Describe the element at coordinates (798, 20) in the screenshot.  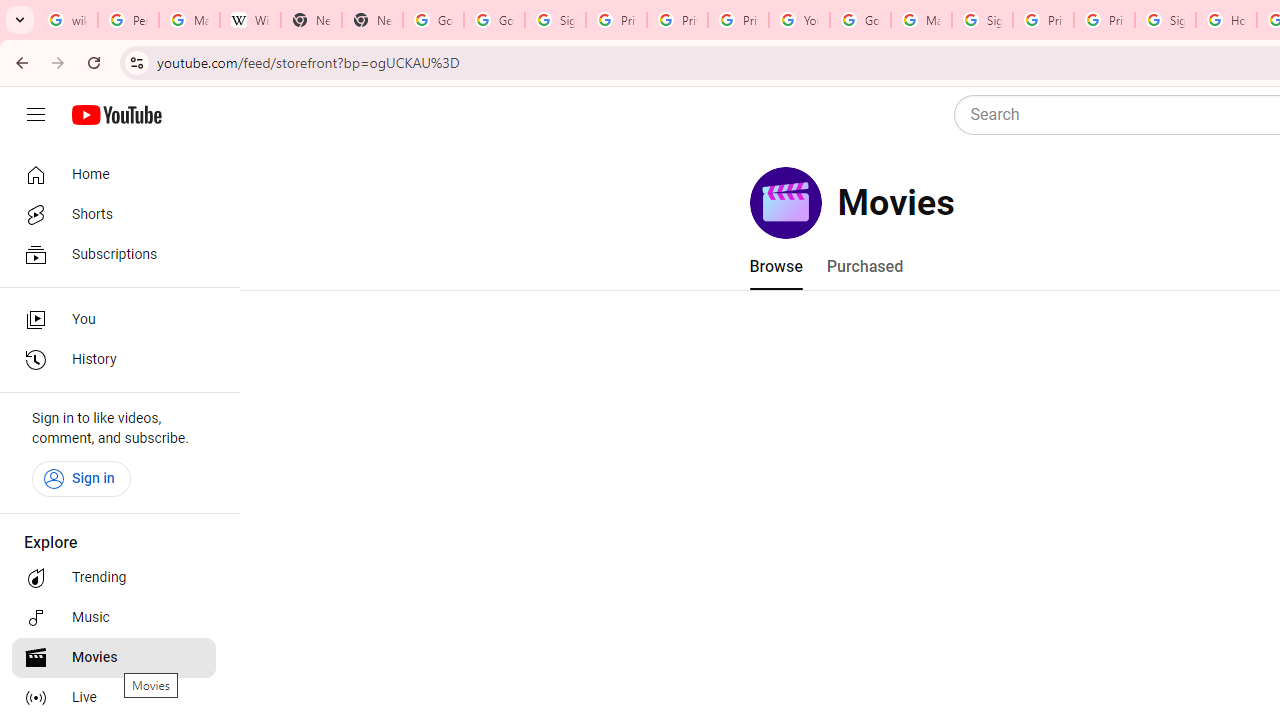
I see `'YouTube'` at that location.